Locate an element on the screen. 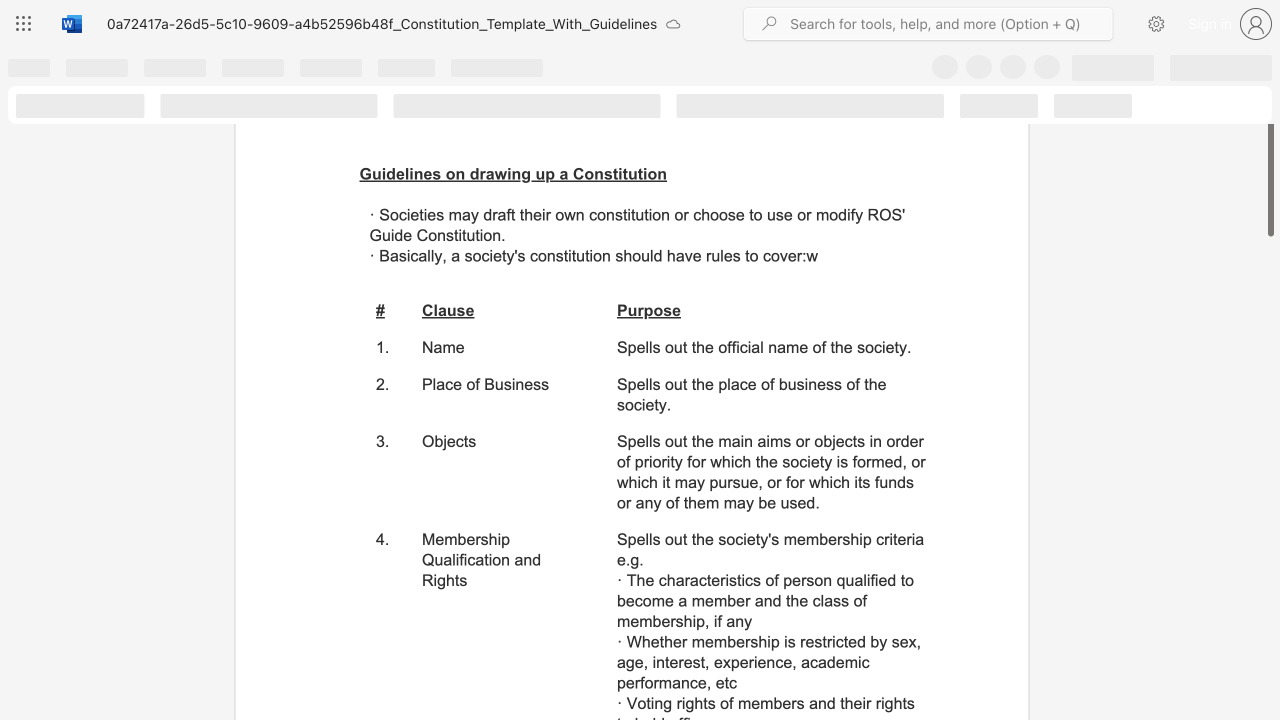 The width and height of the screenshot is (1280, 720). the subset text "iety" within the text "Spells out the place of business of the society." is located at coordinates (641, 405).